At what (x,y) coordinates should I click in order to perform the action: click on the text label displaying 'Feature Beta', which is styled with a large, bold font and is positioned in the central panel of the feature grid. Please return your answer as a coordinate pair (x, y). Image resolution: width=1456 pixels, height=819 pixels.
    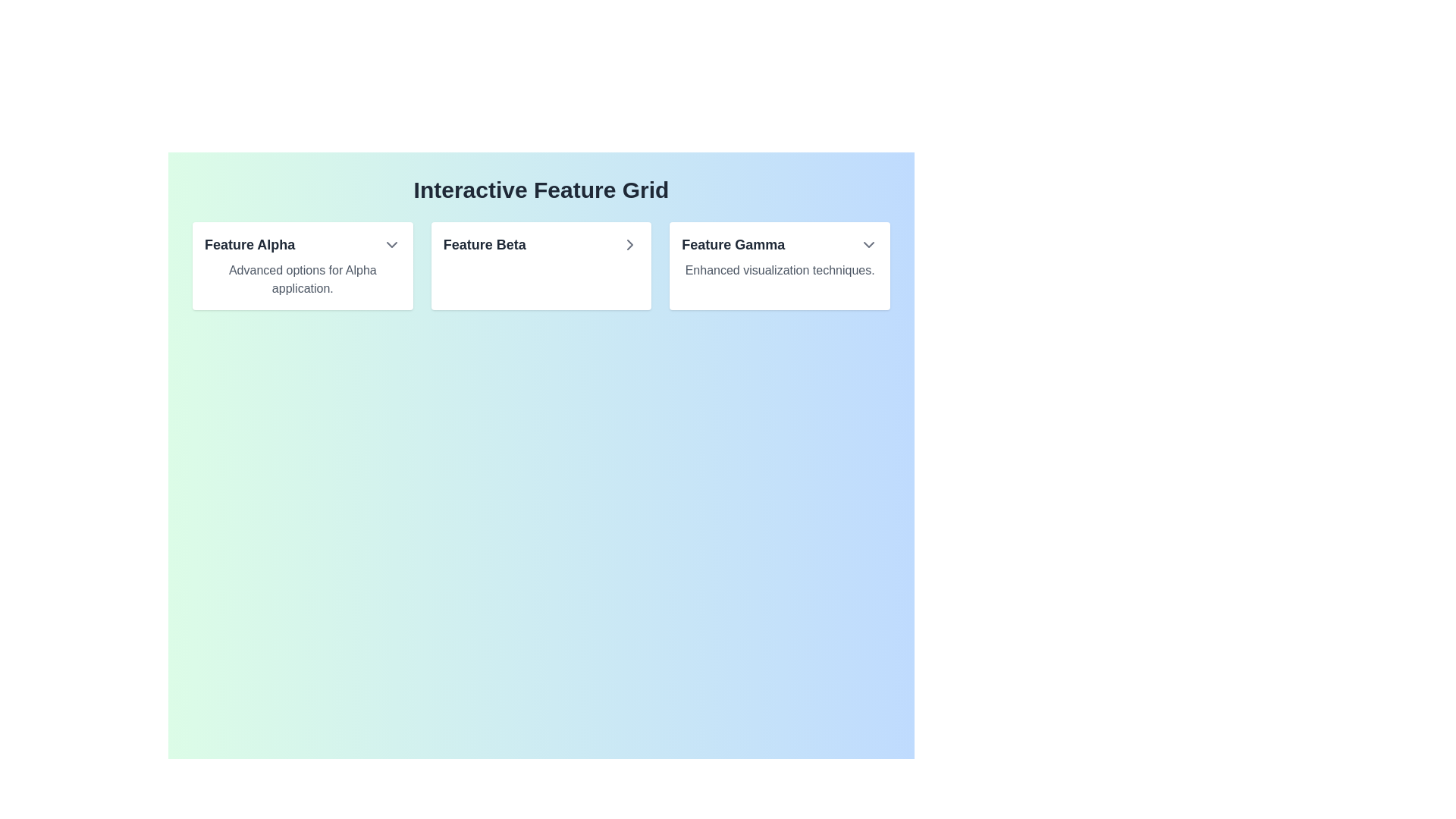
    Looking at the image, I should click on (484, 244).